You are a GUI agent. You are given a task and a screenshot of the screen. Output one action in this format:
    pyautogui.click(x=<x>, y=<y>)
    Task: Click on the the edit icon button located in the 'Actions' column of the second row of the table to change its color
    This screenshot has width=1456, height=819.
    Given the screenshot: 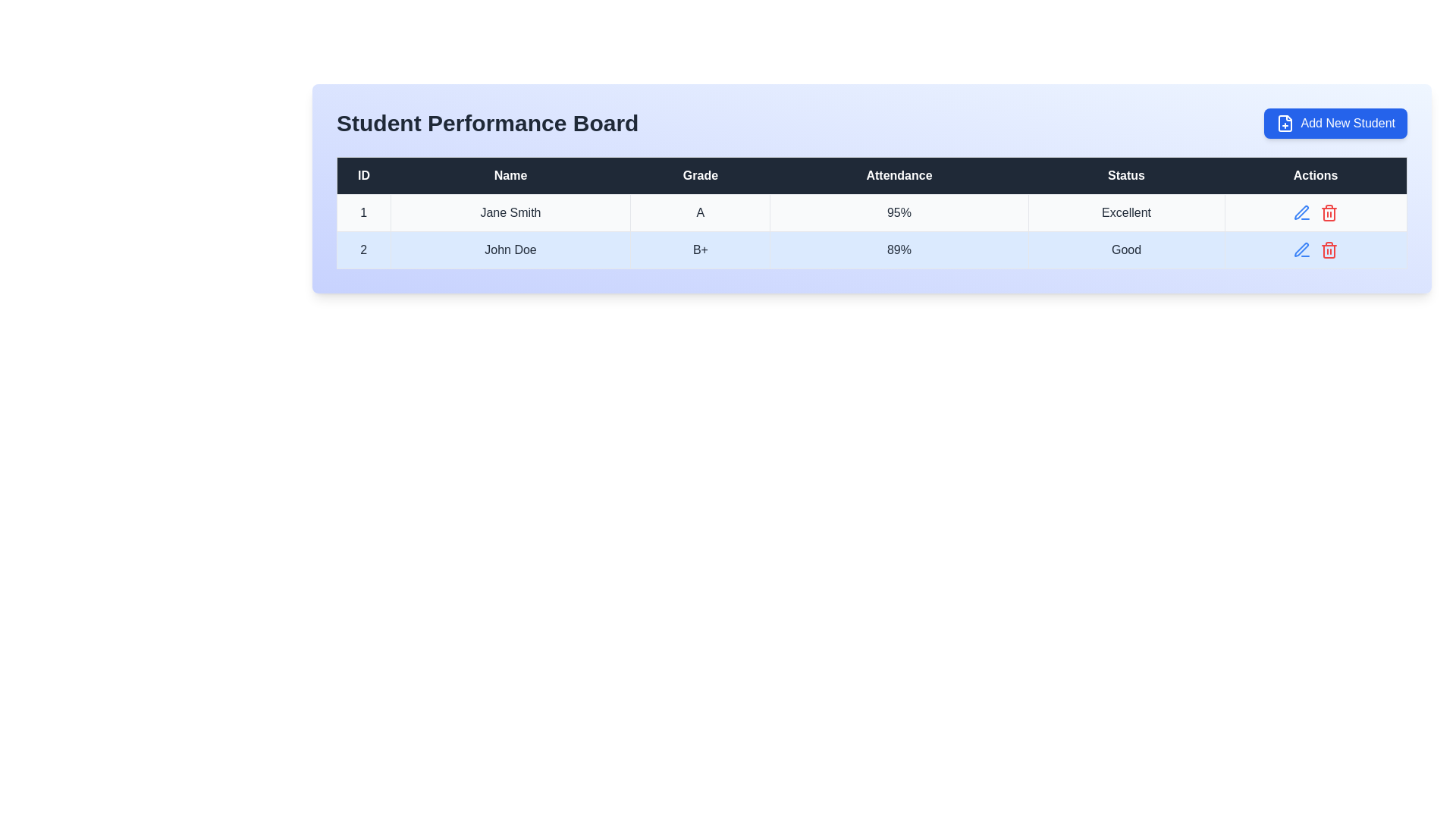 What is the action you would take?
    pyautogui.click(x=1301, y=213)
    